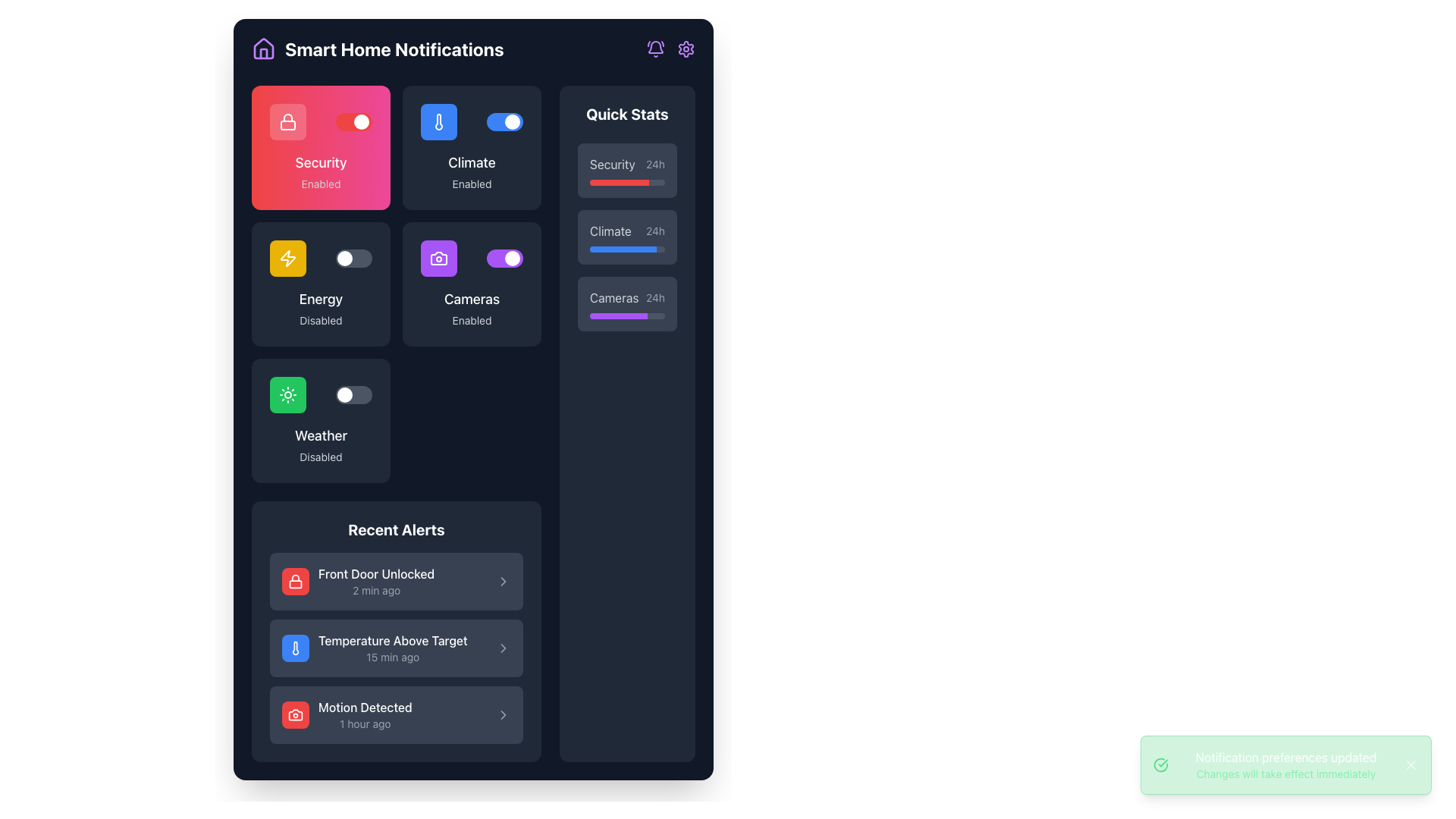  Describe the element at coordinates (320, 184) in the screenshot. I see `the 'Enabled' text label, which is displayed in light gray on a vibrant gradient background within the Security card, positioned below the word 'Security'` at that location.